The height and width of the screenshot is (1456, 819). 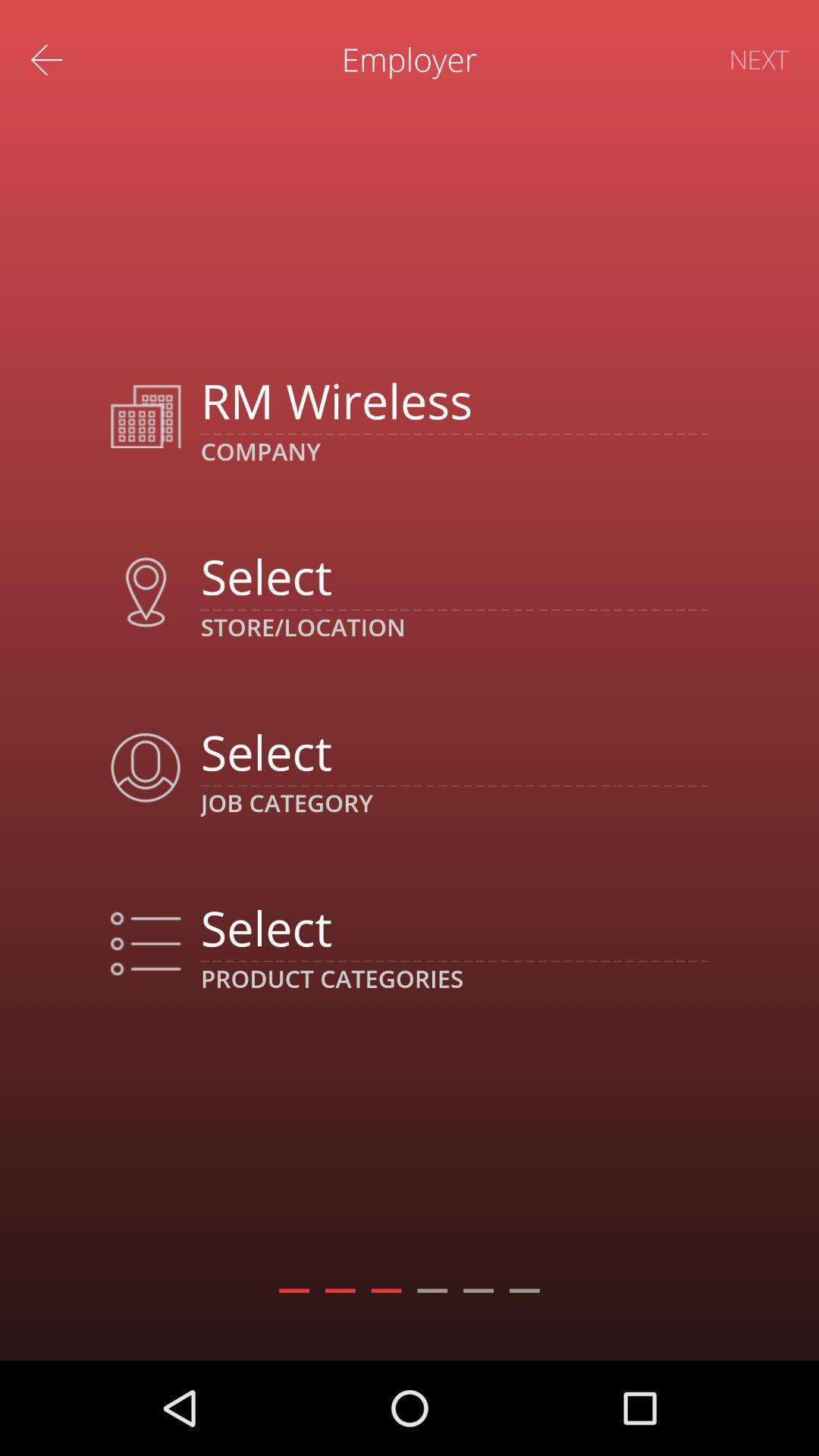 I want to click on location option, so click(x=453, y=575).